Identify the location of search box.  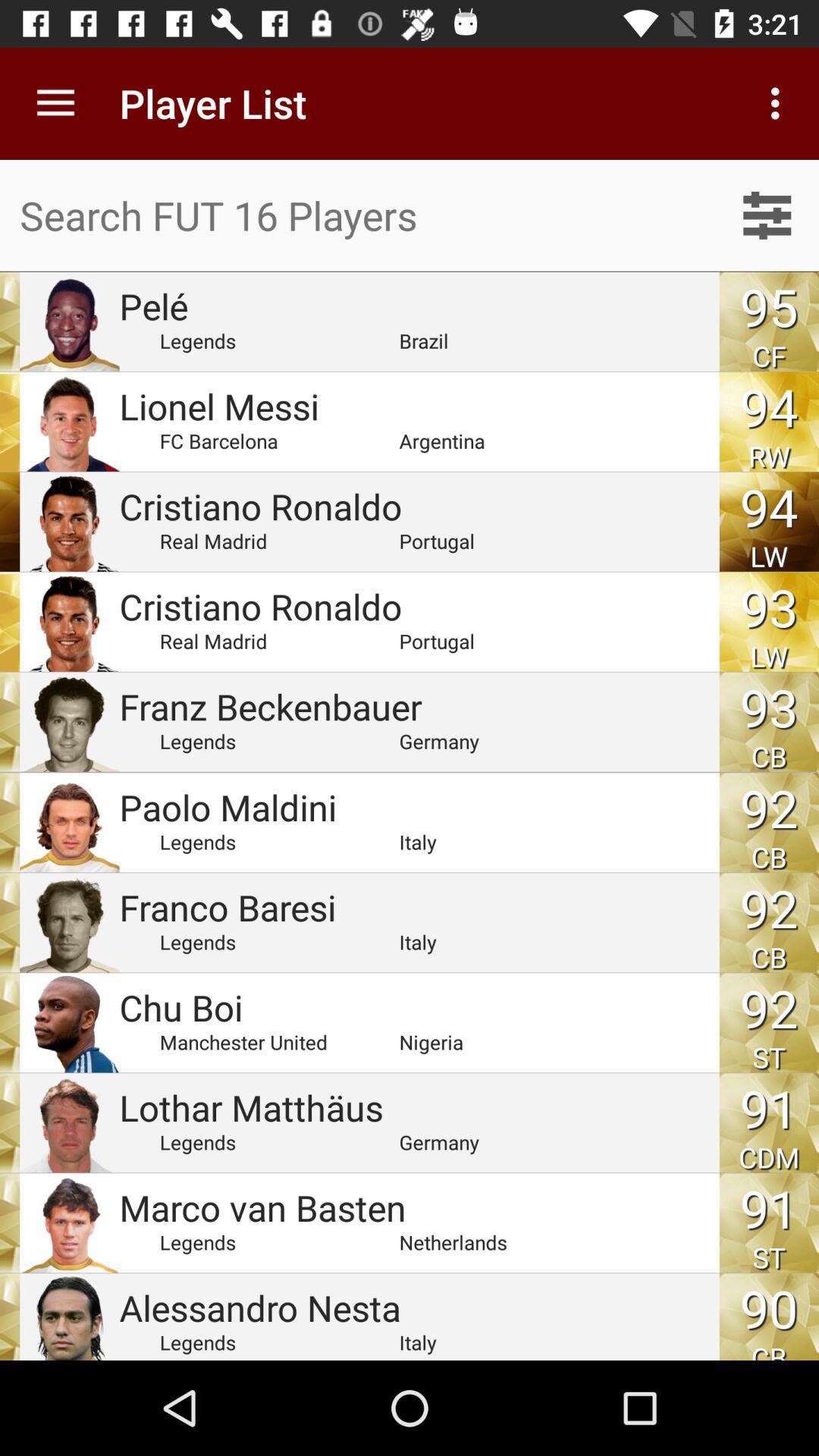
(357, 215).